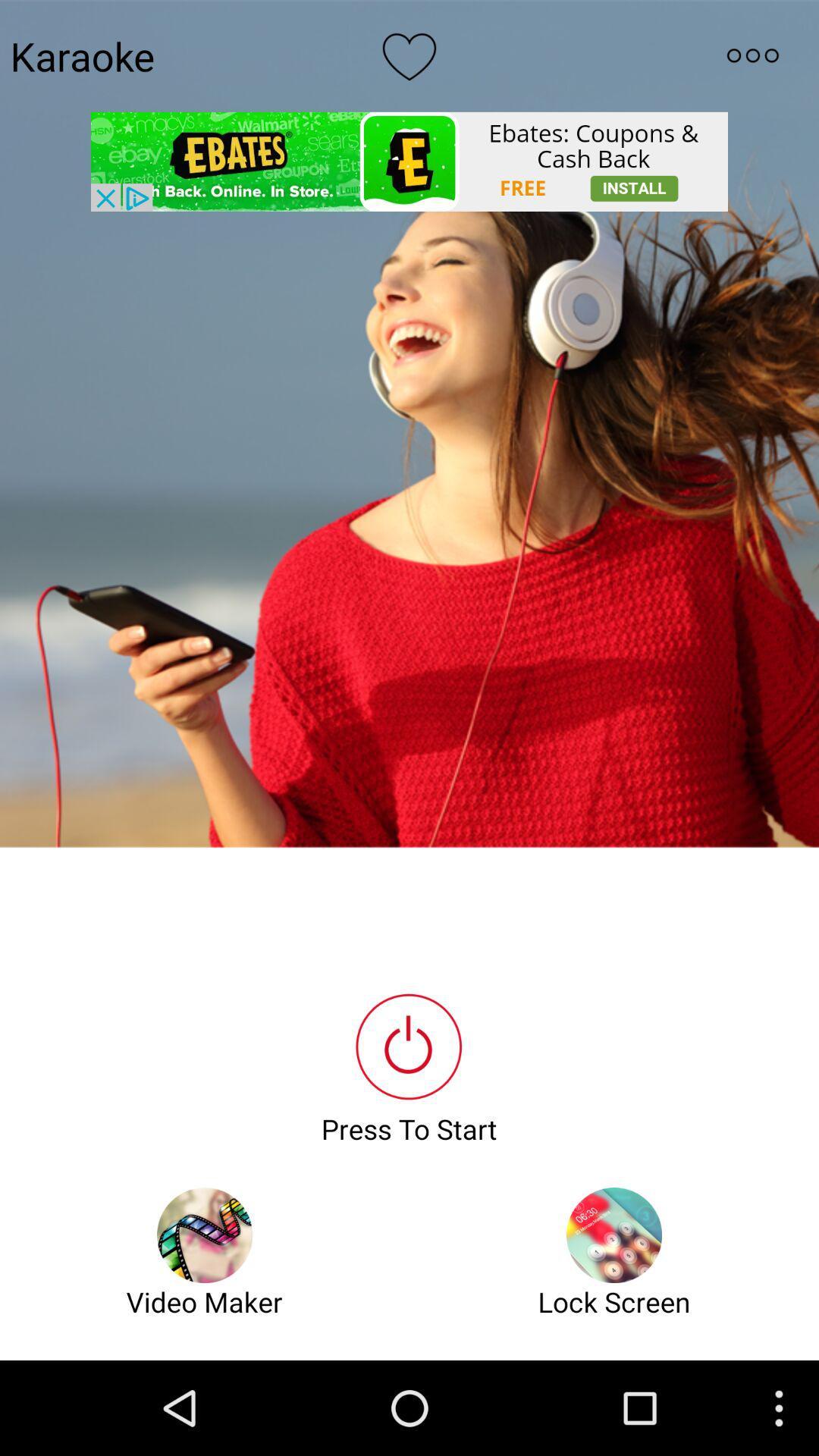 The width and height of the screenshot is (819, 1456). Describe the element at coordinates (752, 59) in the screenshot. I see `the more icon` at that location.